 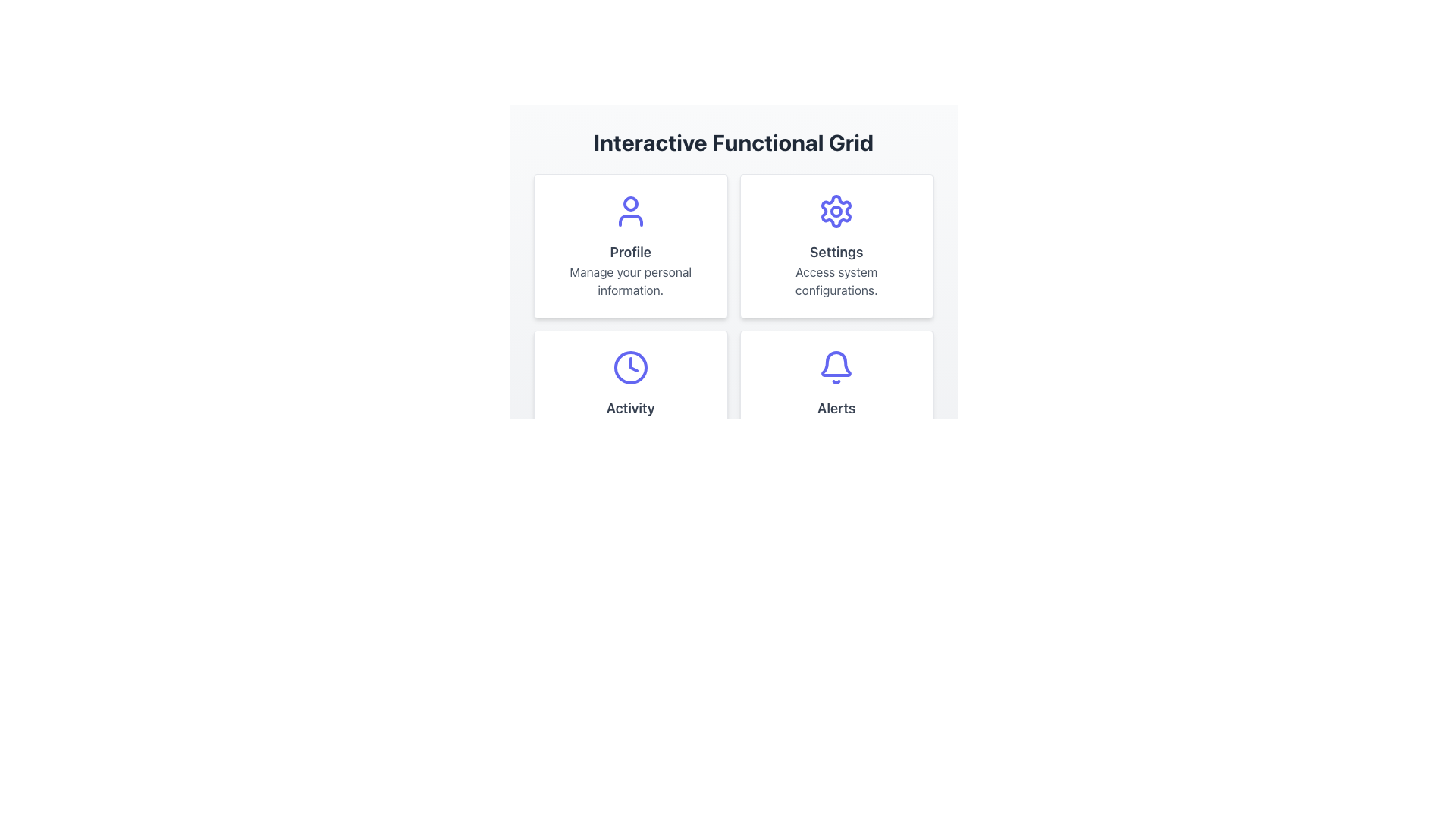 I want to click on the Card in the bottom-left corner of the grid layout, so click(x=630, y=393).